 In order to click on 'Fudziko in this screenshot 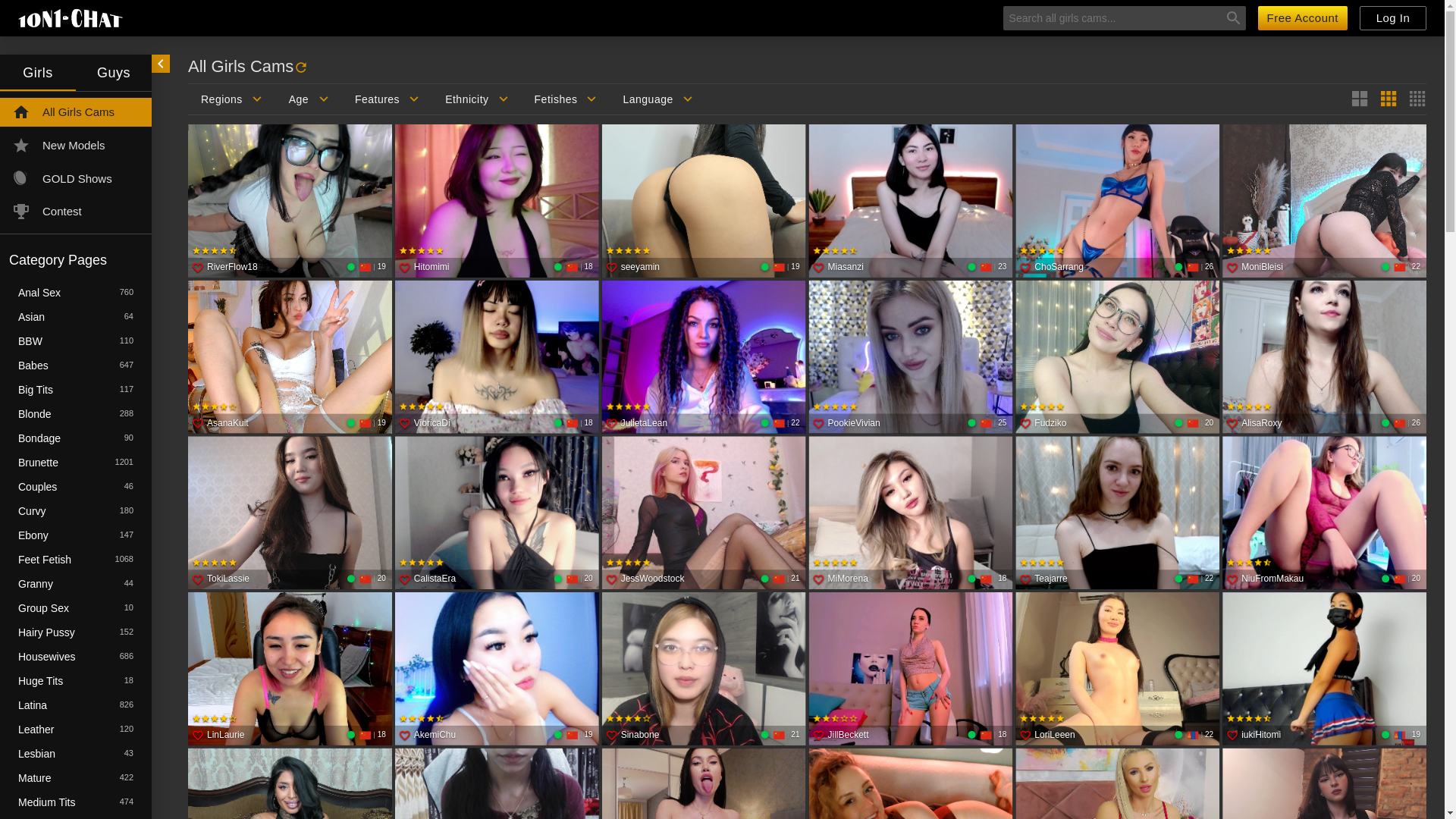, I will do `click(1117, 358)`.